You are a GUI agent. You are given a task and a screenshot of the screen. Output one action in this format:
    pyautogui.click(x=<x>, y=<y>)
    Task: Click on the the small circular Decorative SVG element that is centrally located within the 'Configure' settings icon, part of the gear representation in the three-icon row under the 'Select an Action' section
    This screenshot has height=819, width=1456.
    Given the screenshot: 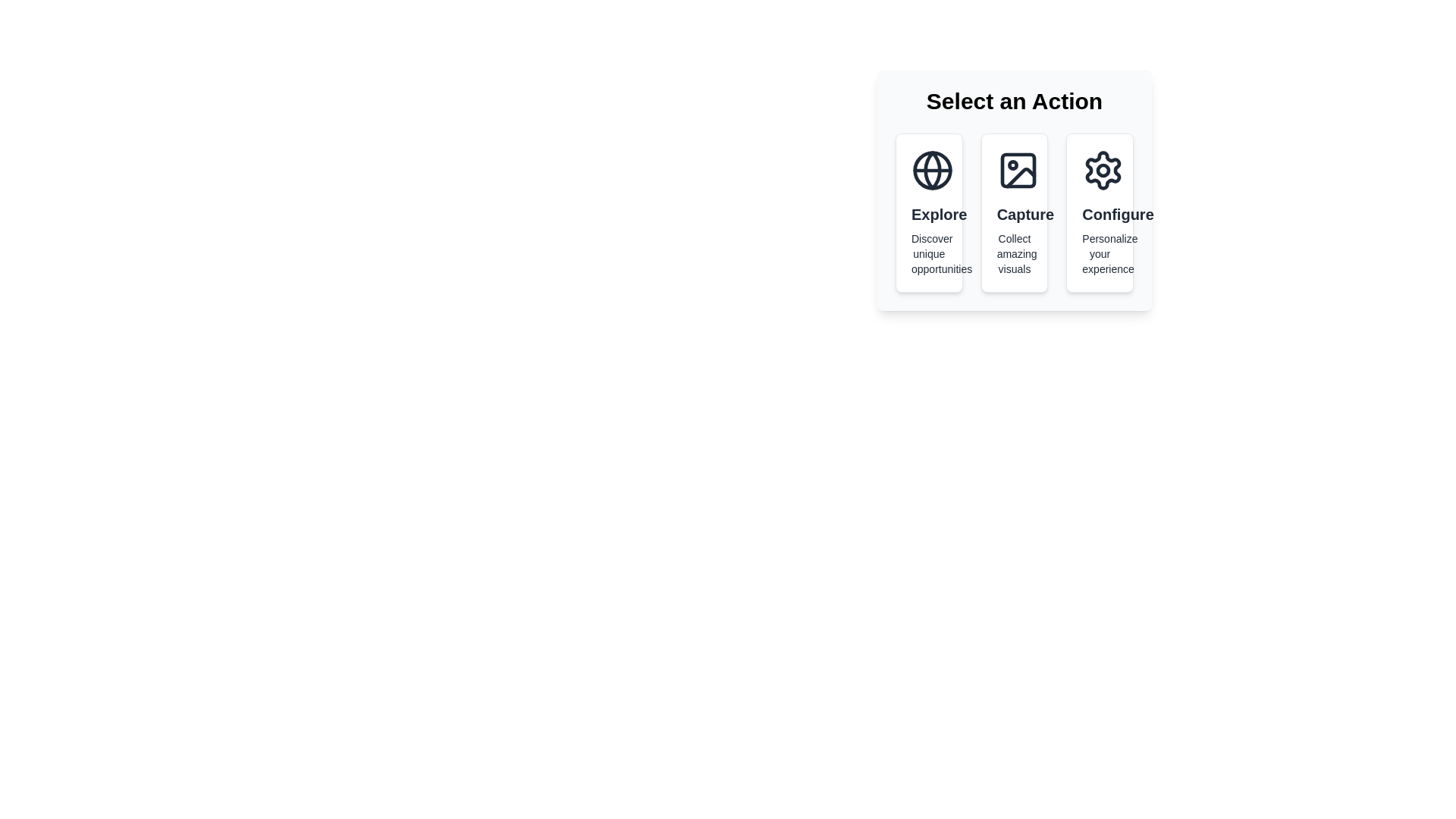 What is the action you would take?
    pyautogui.click(x=1103, y=170)
    